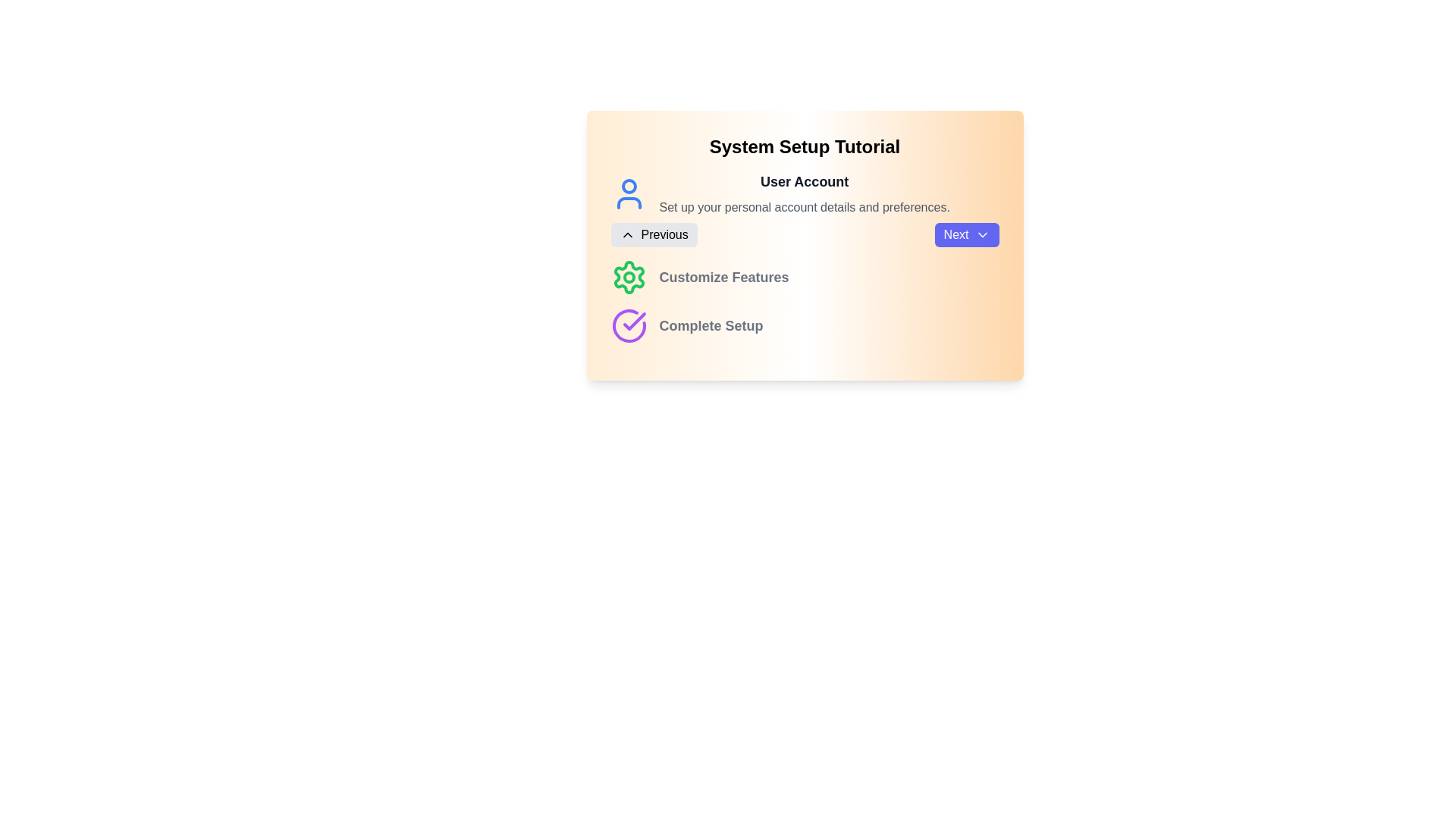 The image size is (1456, 819). I want to click on the text content of the active step, so click(659, 198).